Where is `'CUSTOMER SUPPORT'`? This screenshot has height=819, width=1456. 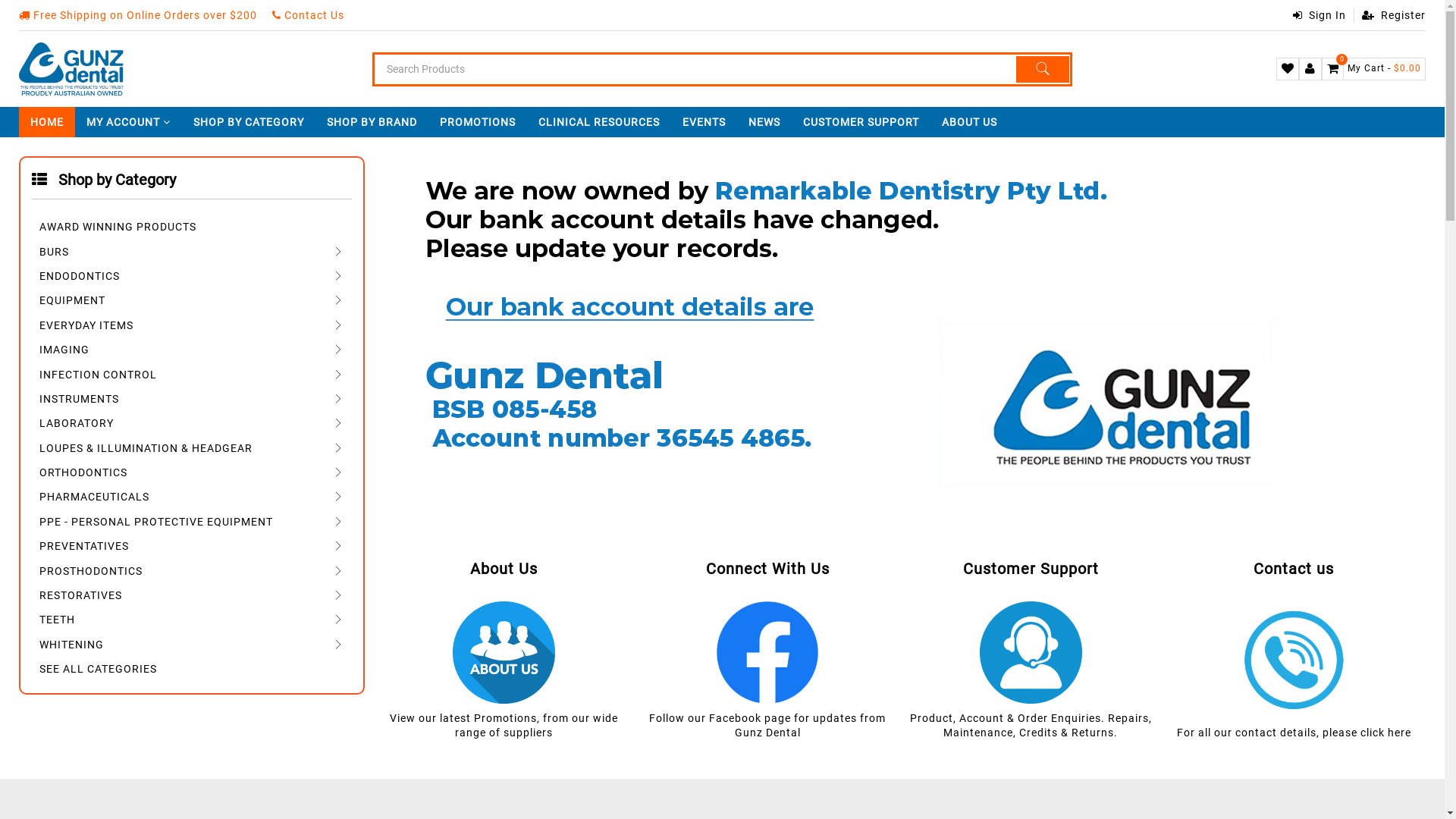
'CUSTOMER SUPPORT' is located at coordinates (861, 121).